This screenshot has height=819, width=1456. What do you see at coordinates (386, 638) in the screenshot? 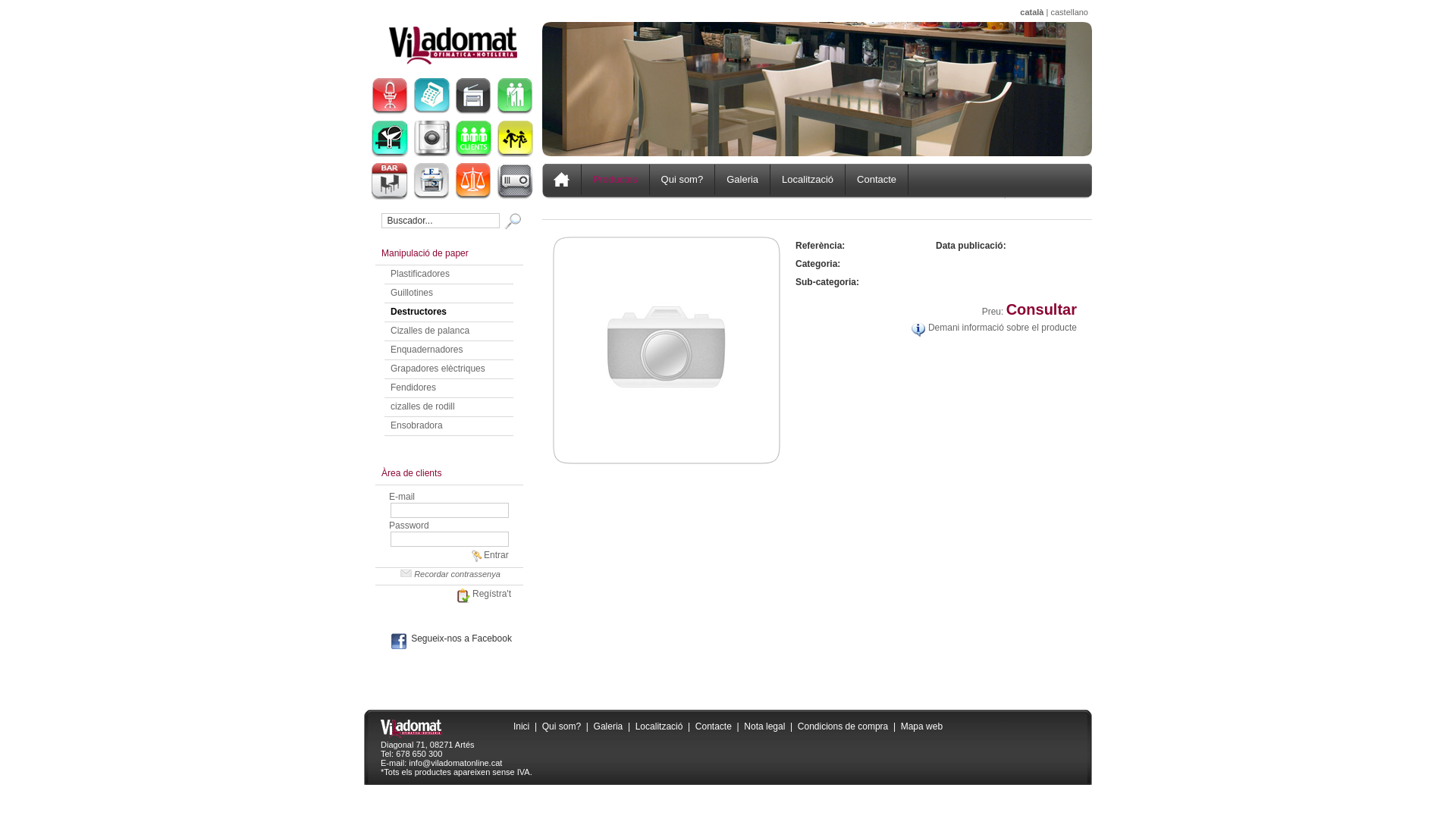
I see `'Segueix-nos a Facebook'` at bounding box center [386, 638].